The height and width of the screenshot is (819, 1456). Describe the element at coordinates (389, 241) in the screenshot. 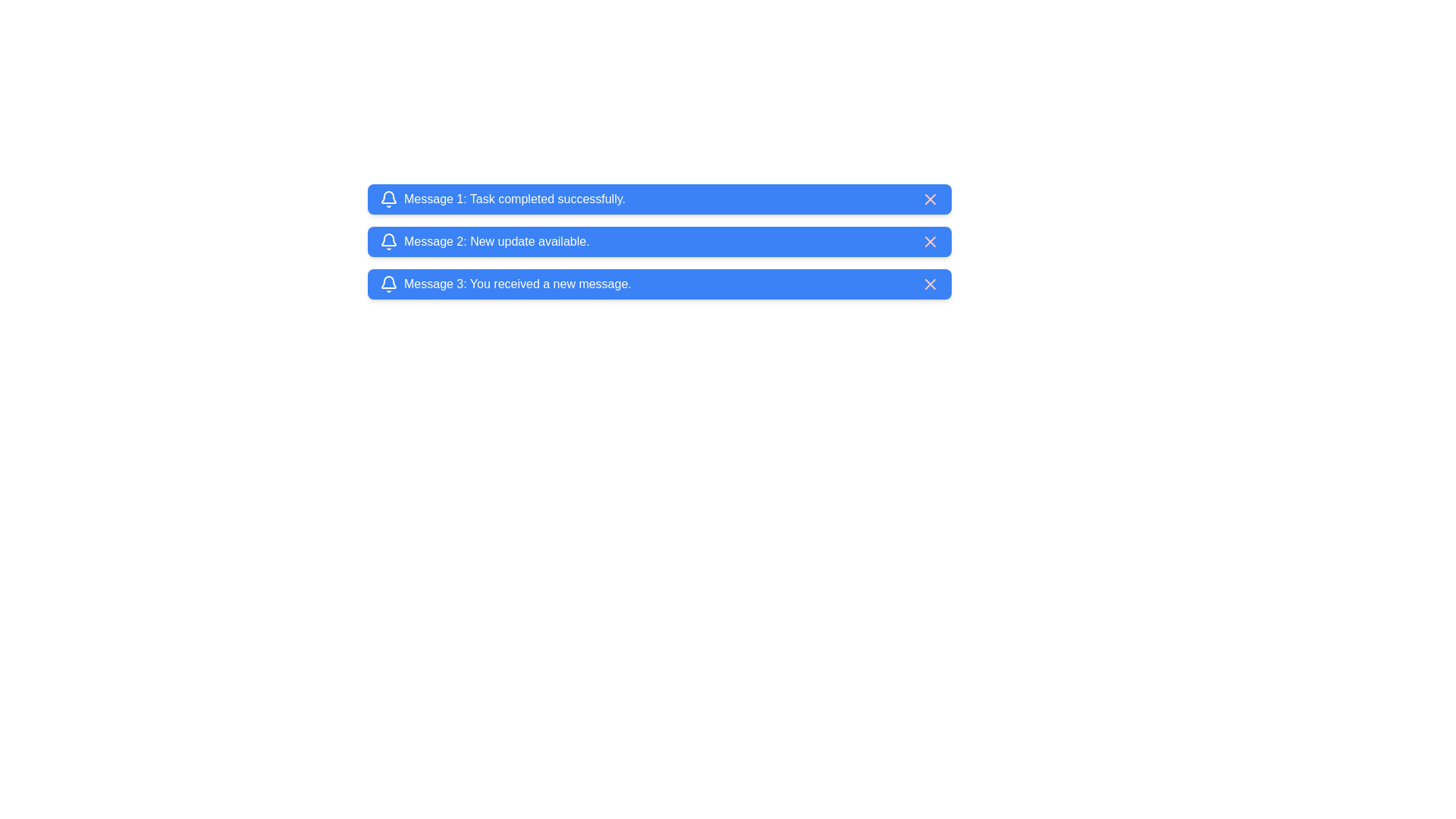

I see `the notification icon located to the immediate left of the text element in the notification row, which serves as a visual indicator for notifications` at that location.